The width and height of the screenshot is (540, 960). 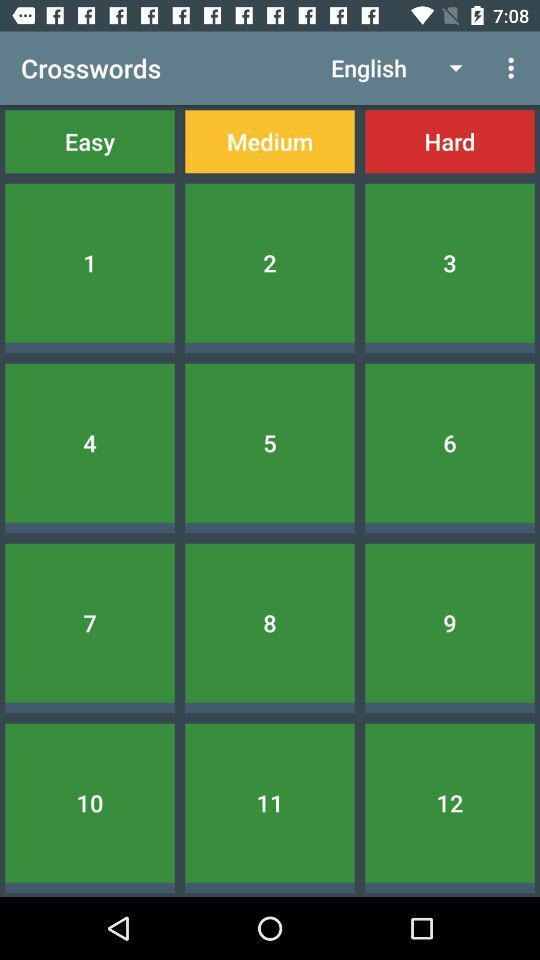 What do you see at coordinates (270, 622) in the screenshot?
I see `8 item` at bounding box center [270, 622].